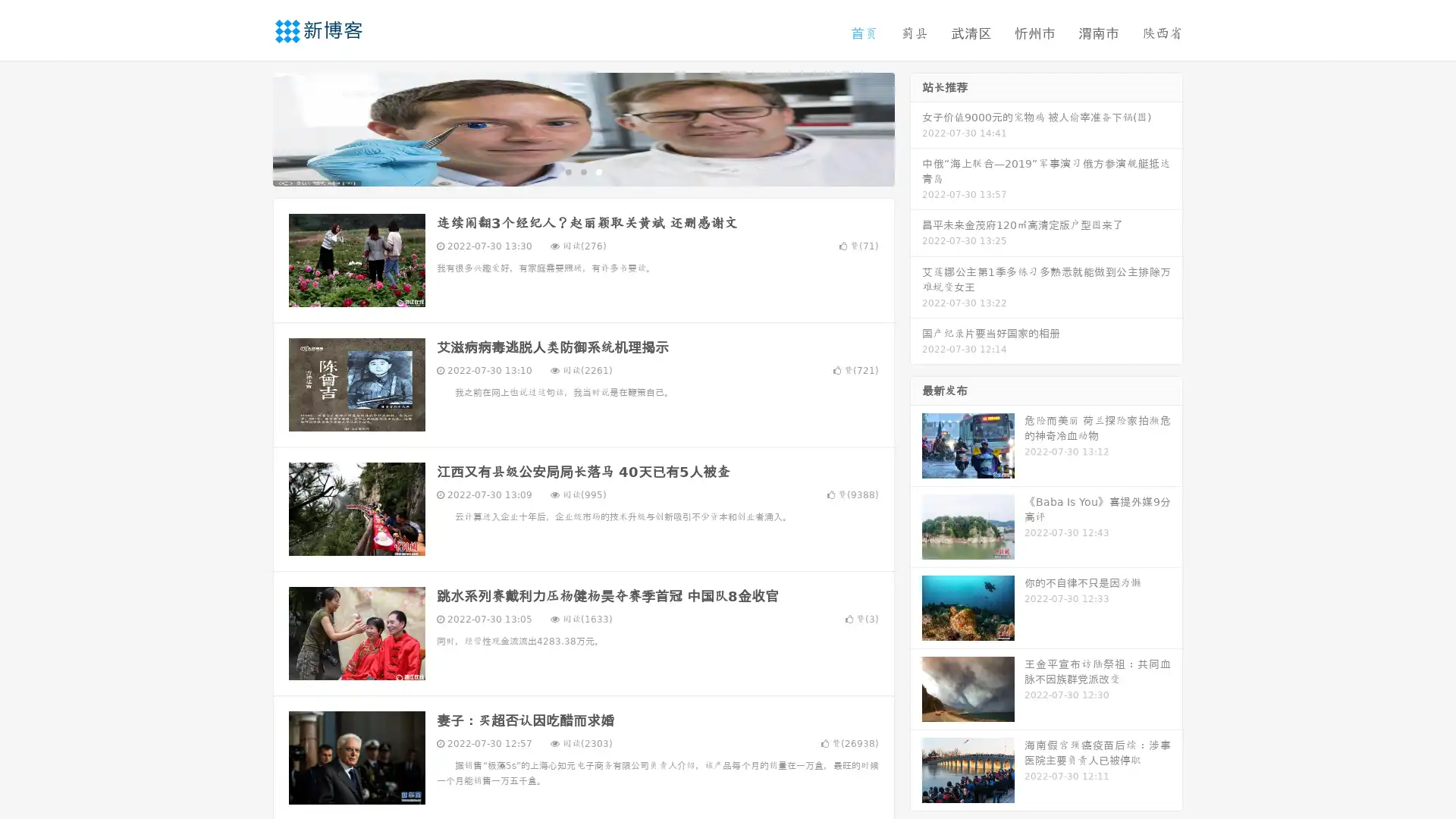 Image resolution: width=1456 pixels, height=819 pixels. What do you see at coordinates (567, 171) in the screenshot?
I see `Go to slide 1` at bounding box center [567, 171].